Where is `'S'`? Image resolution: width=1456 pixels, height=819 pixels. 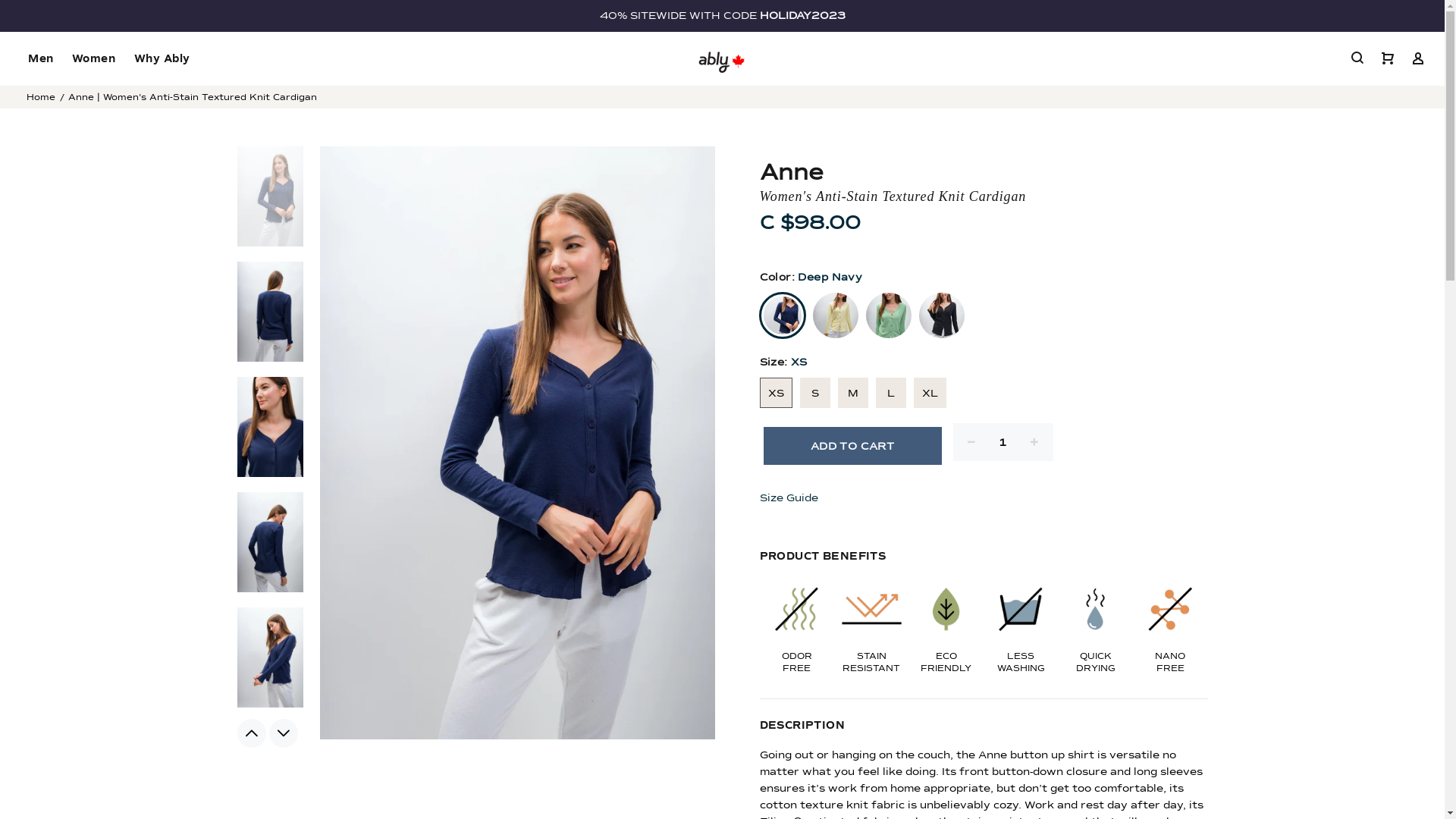
'S' is located at coordinates (814, 391).